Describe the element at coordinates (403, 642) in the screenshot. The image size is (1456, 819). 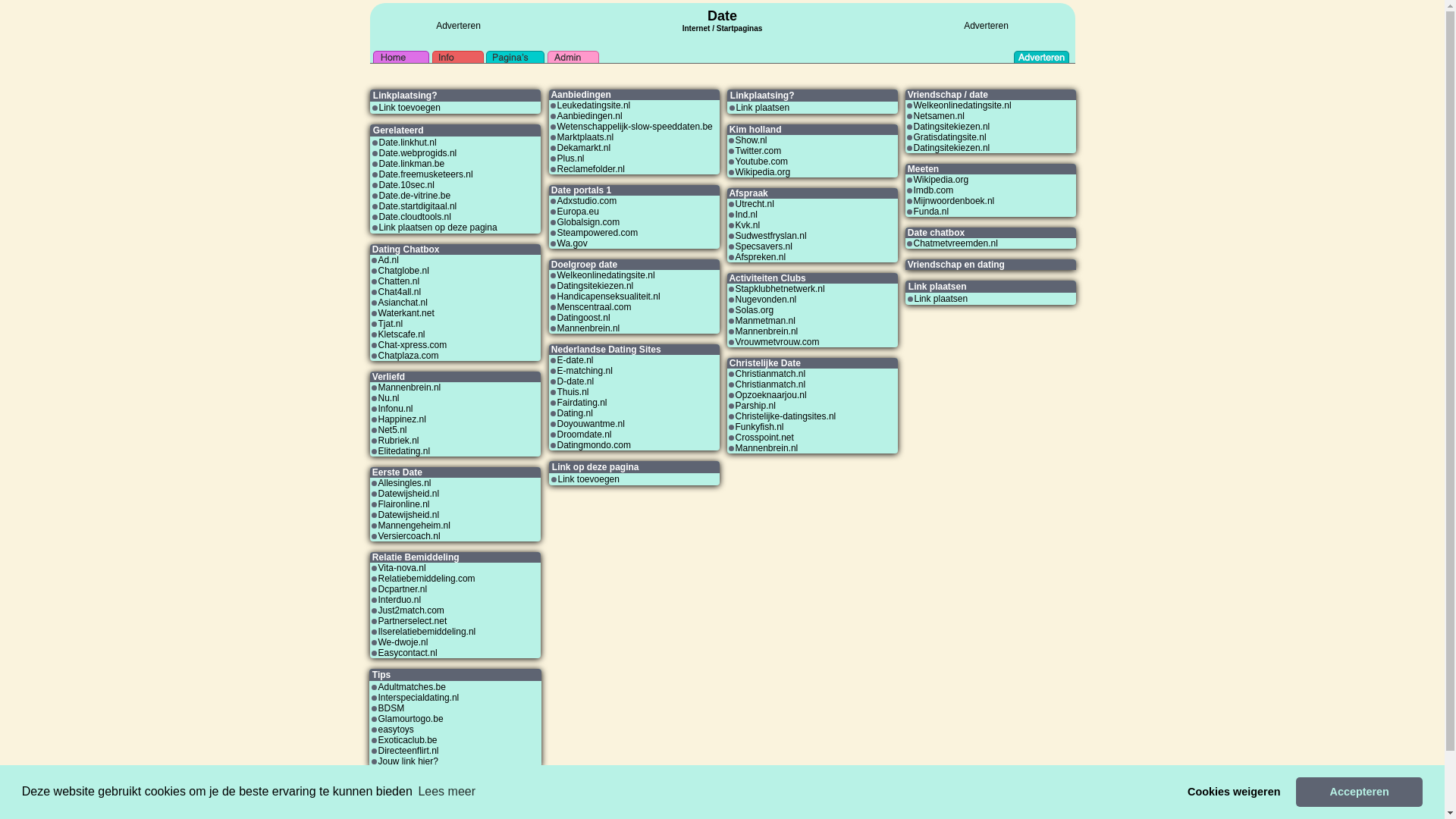
I see `'We-dwoje.nl'` at that location.